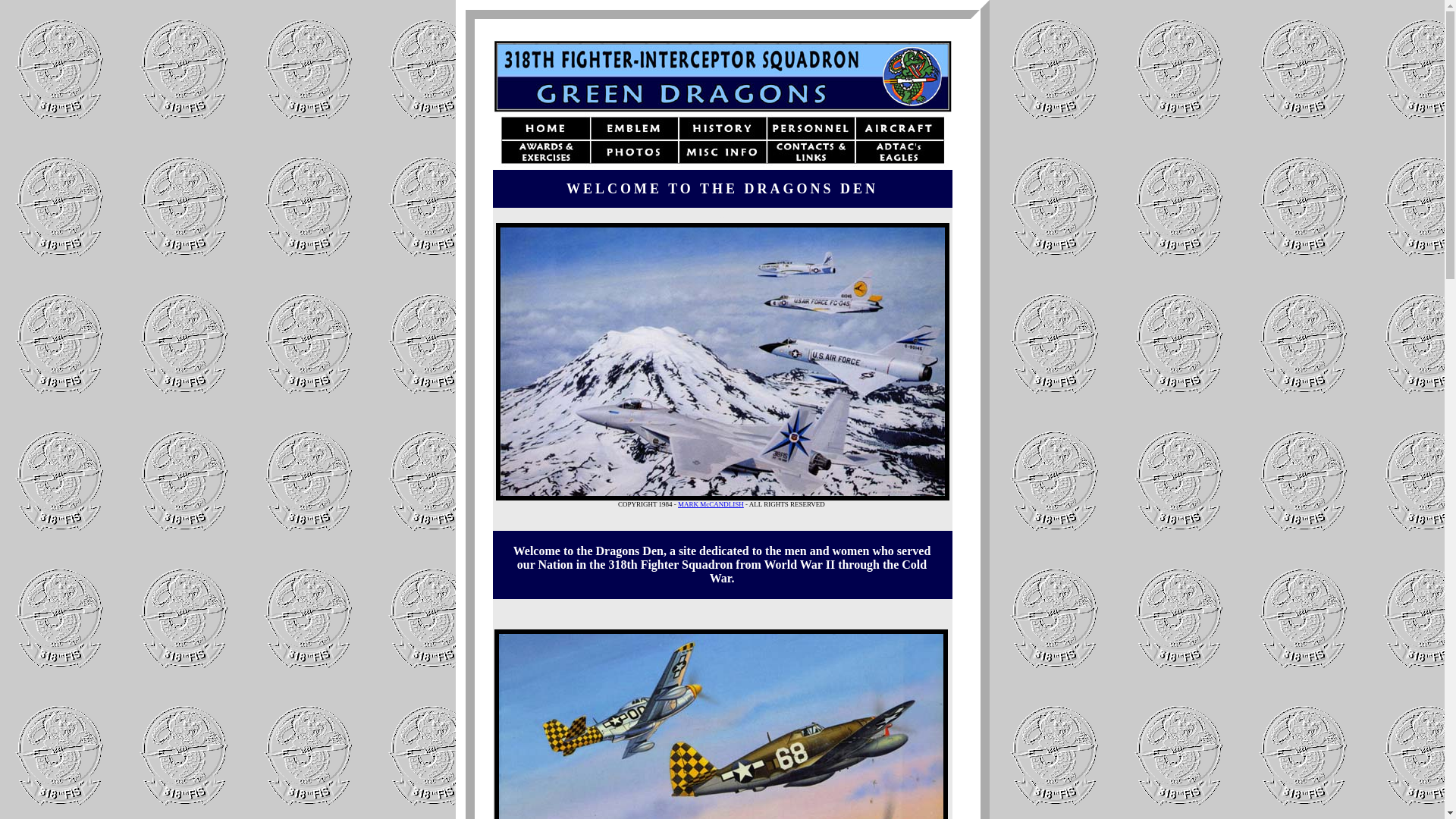  What do you see at coordinates (710, 504) in the screenshot?
I see `'MARK McCANDLISH'` at bounding box center [710, 504].